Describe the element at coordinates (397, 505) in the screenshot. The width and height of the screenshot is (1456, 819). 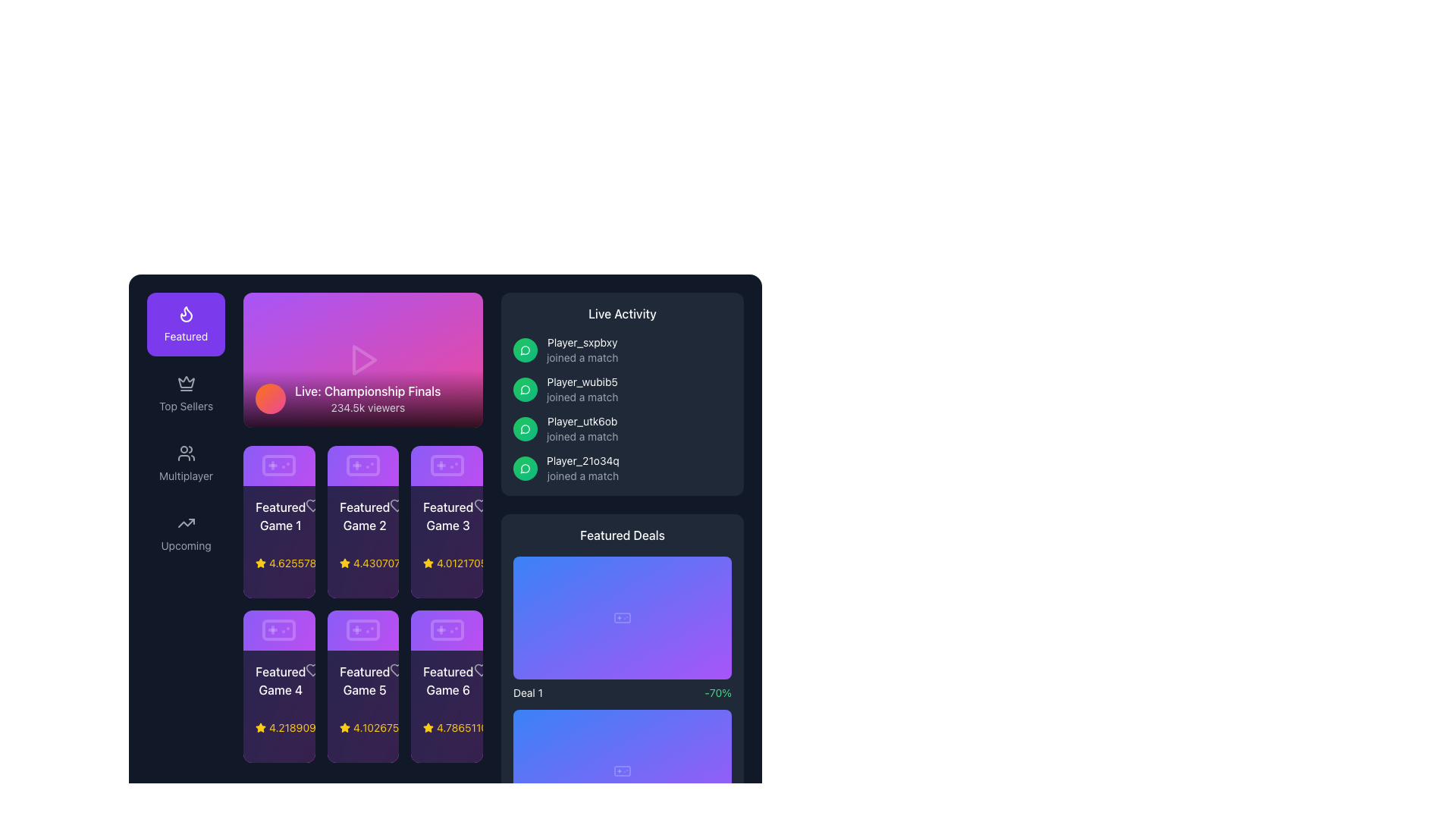
I see `the heart icon button located at the top-right corner of the 'Featured Game 2' card` at that location.